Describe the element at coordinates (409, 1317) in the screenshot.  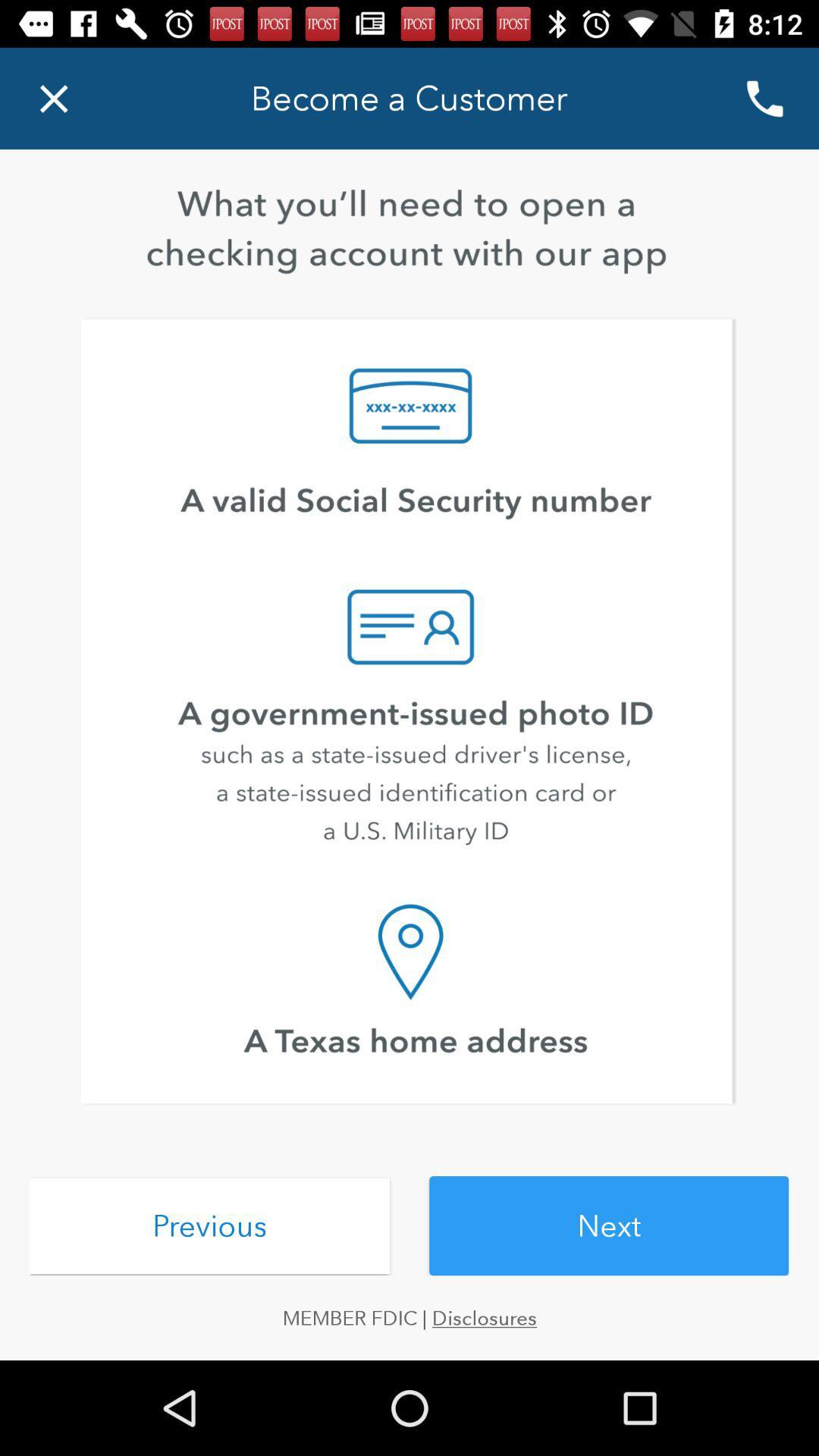
I see `member fdic | disclosures` at that location.